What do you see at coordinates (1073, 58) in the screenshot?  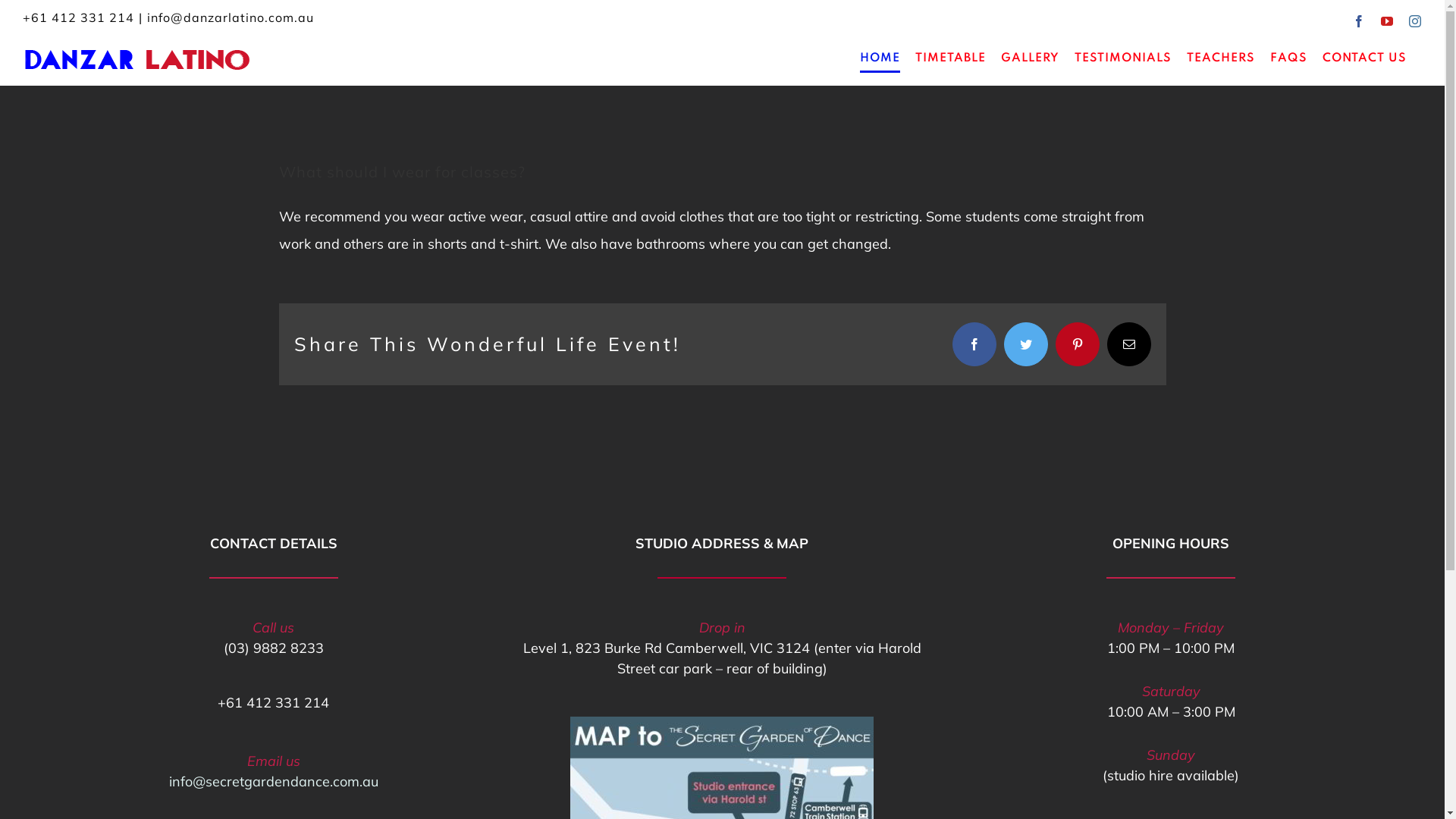 I see `'TESTIMONIALS'` at bounding box center [1073, 58].